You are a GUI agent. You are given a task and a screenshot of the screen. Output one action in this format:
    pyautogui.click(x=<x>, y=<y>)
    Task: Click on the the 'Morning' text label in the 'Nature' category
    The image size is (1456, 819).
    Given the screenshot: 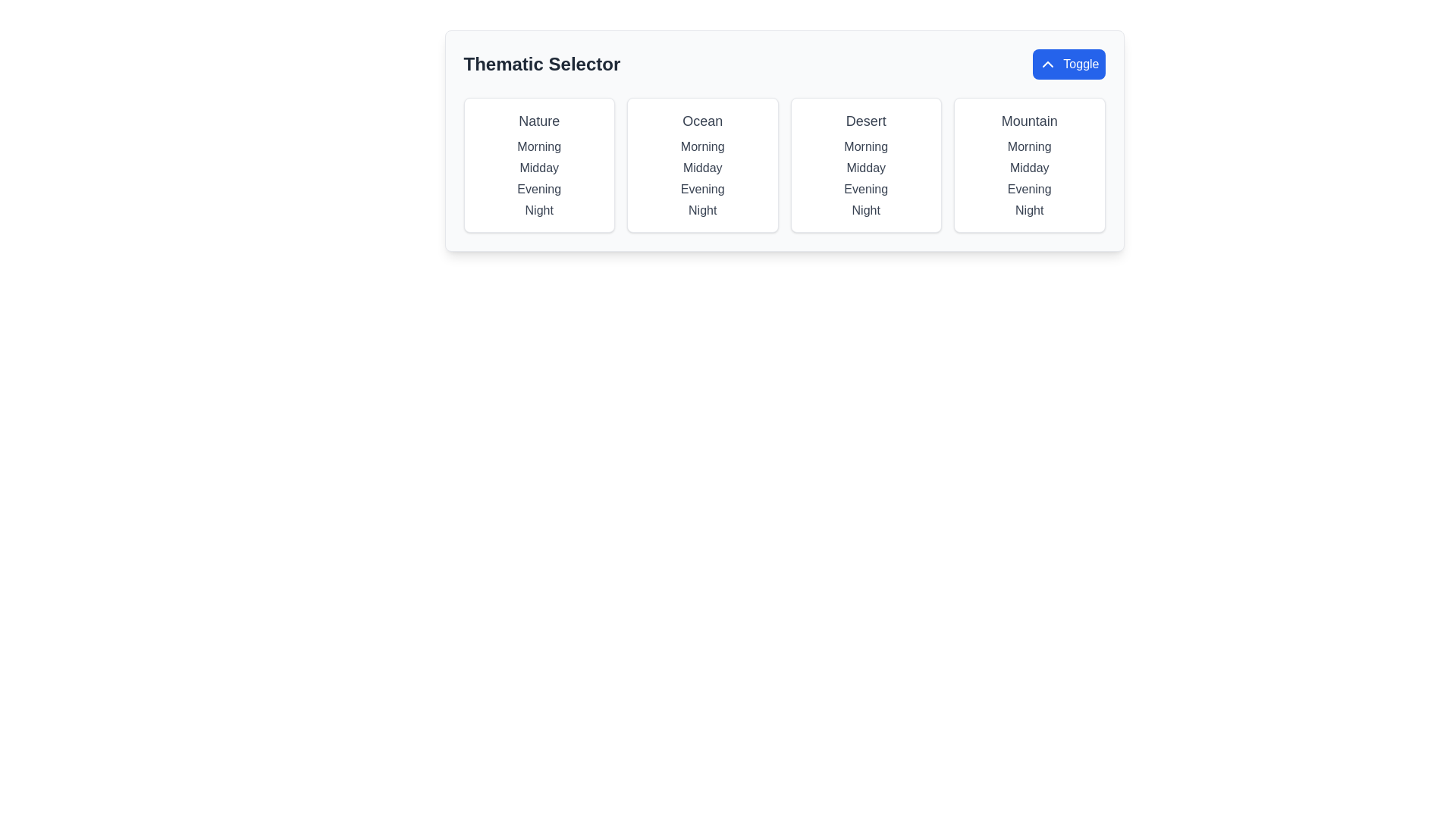 What is the action you would take?
    pyautogui.click(x=539, y=146)
    